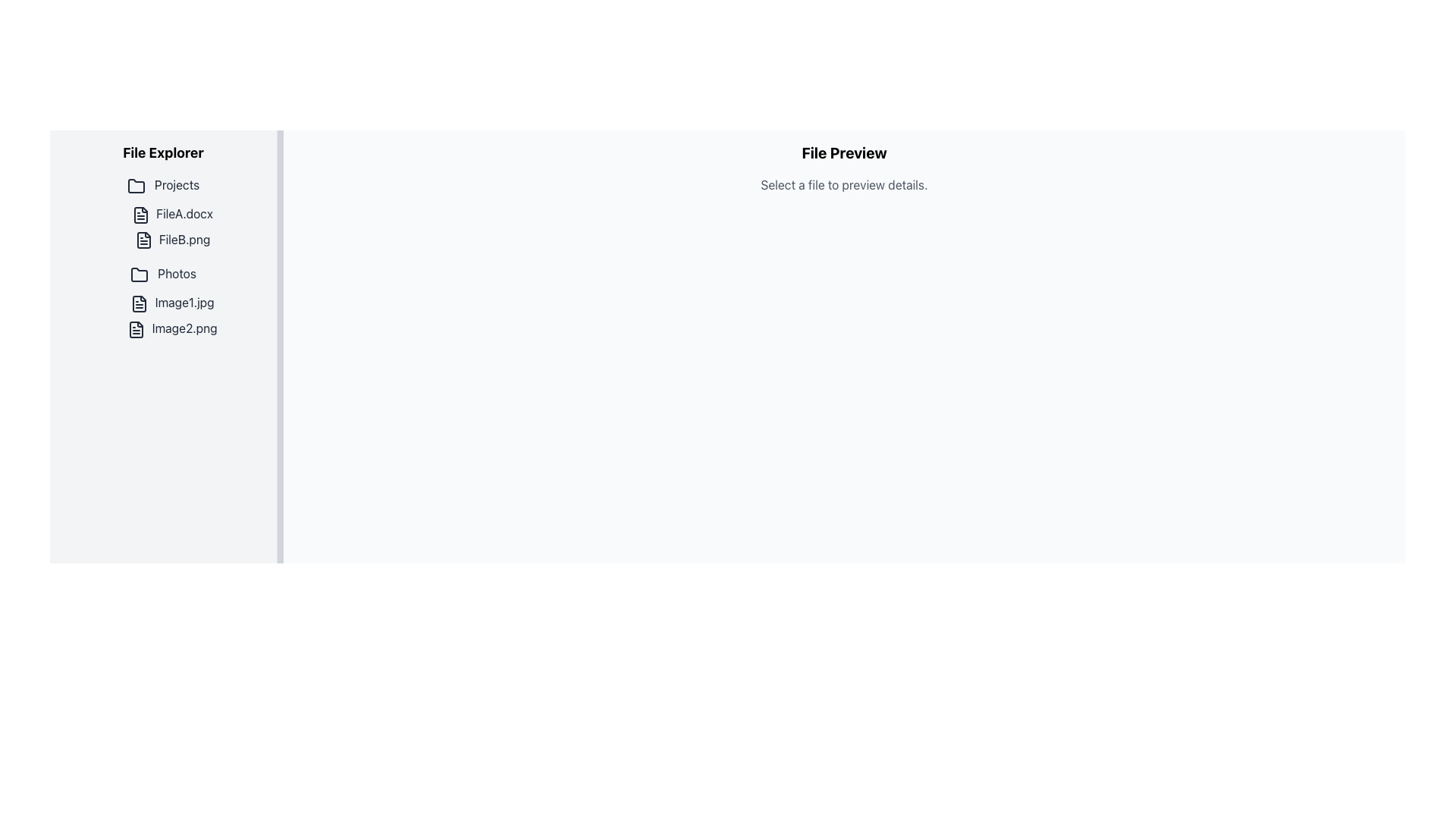 The height and width of the screenshot is (819, 1456). Describe the element at coordinates (843, 184) in the screenshot. I see `the text element displaying 'Select a file` at that location.